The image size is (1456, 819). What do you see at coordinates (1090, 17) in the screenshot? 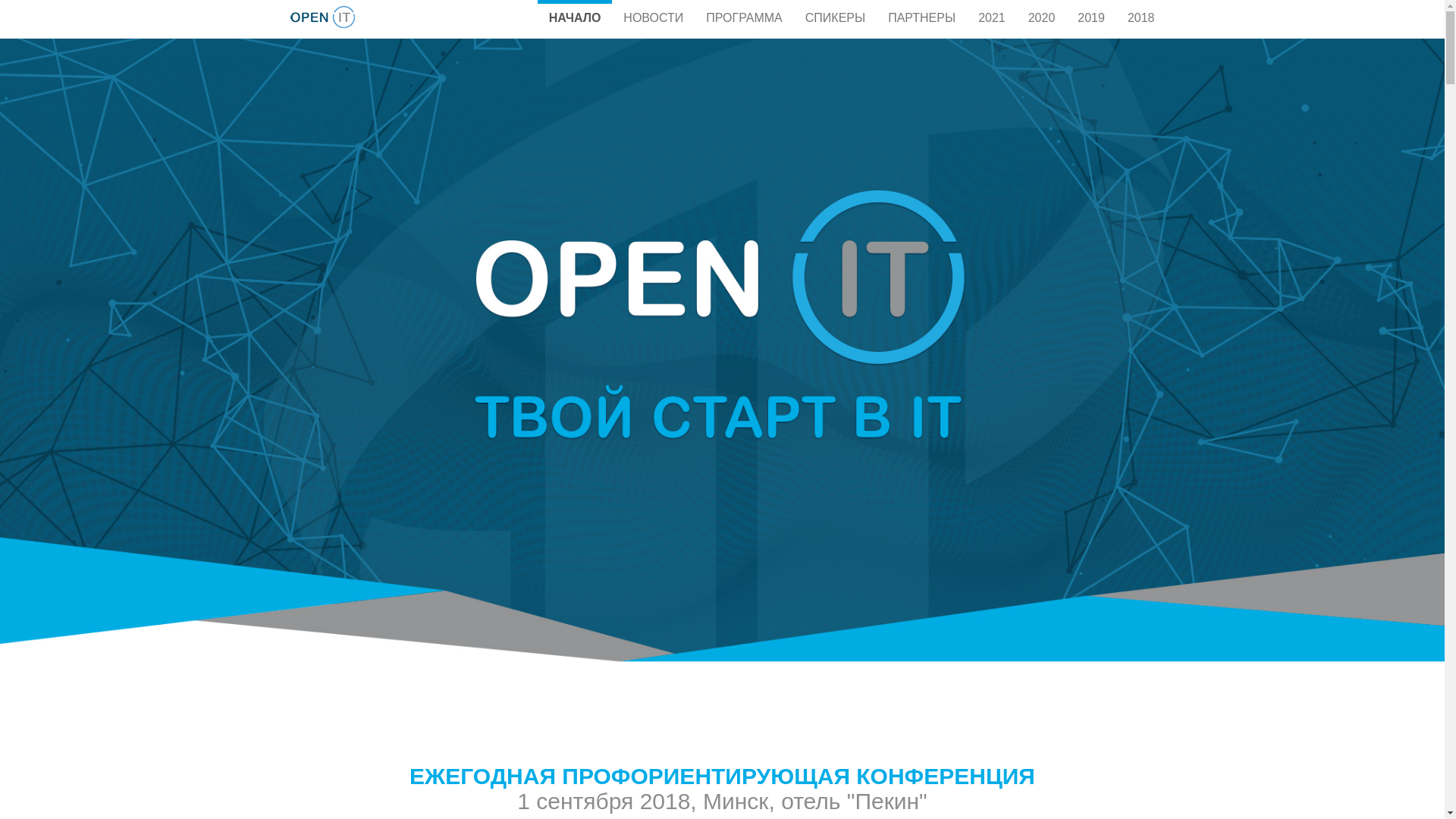
I see `'2019'` at bounding box center [1090, 17].